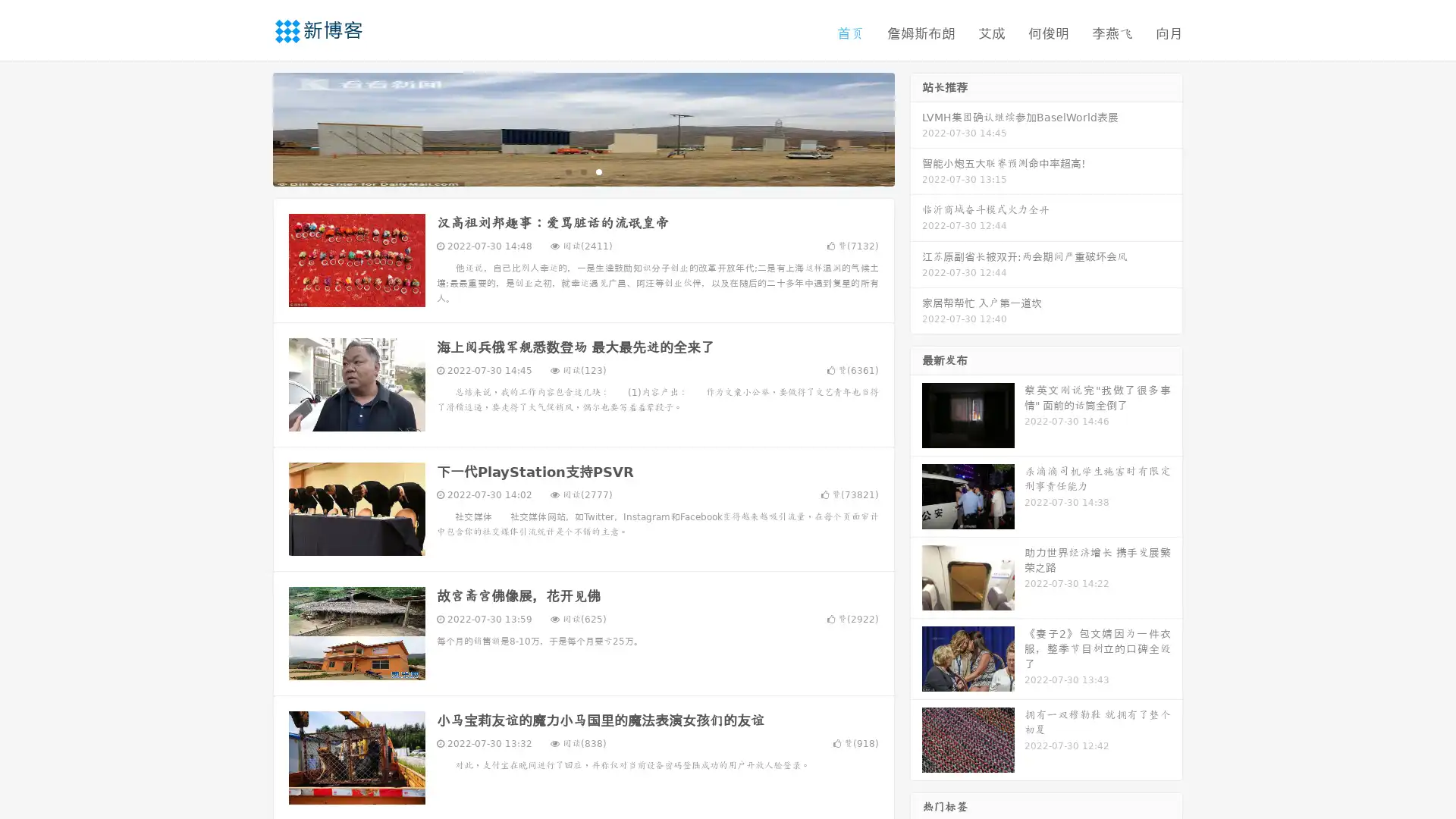 The height and width of the screenshot is (819, 1456). What do you see at coordinates (916, 127) in the screenshot?
I see `Next slide` at bounding box center [916, 127].